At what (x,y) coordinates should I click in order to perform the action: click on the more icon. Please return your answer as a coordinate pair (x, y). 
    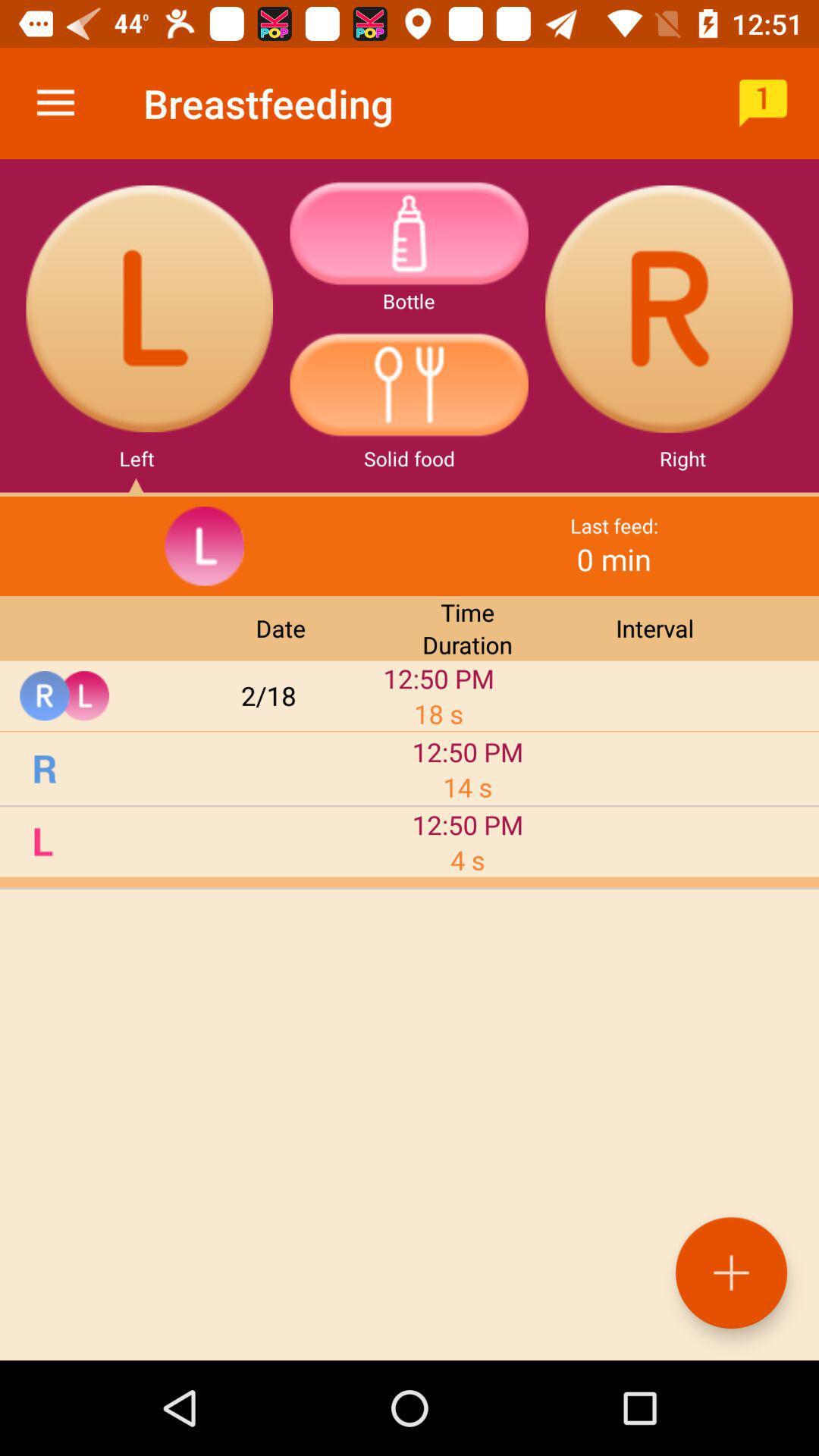
    Looking at the image, I should click on (408, 232).